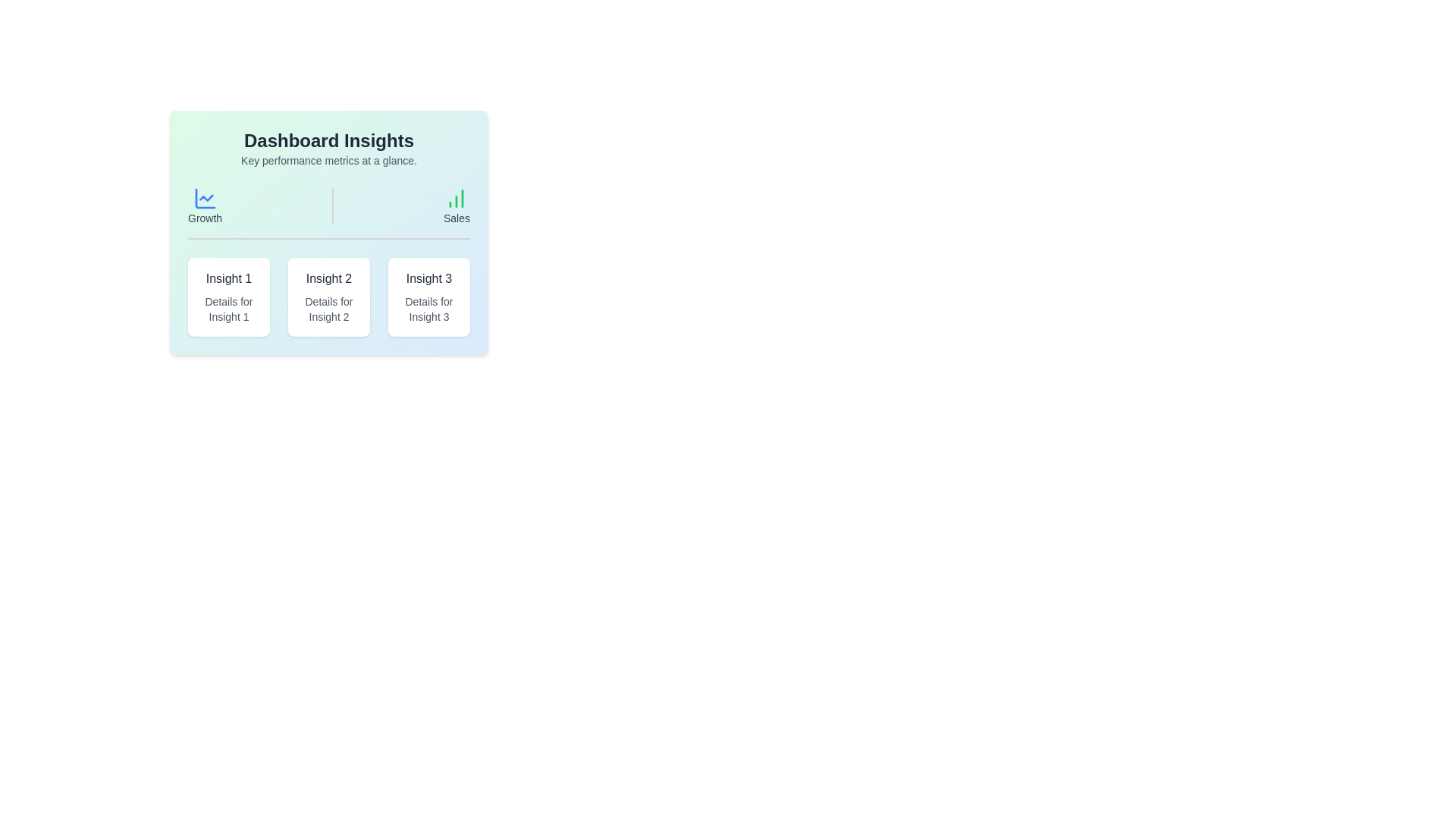 This screenshot has width=1456, height=819. What do you see at coordinates (456, 198) in the screenshot?
I see `the green column chart icon located above the 'Sales' text in the top-right section of the 'Dashboard Insights' card` at bounding box center [456, 198].